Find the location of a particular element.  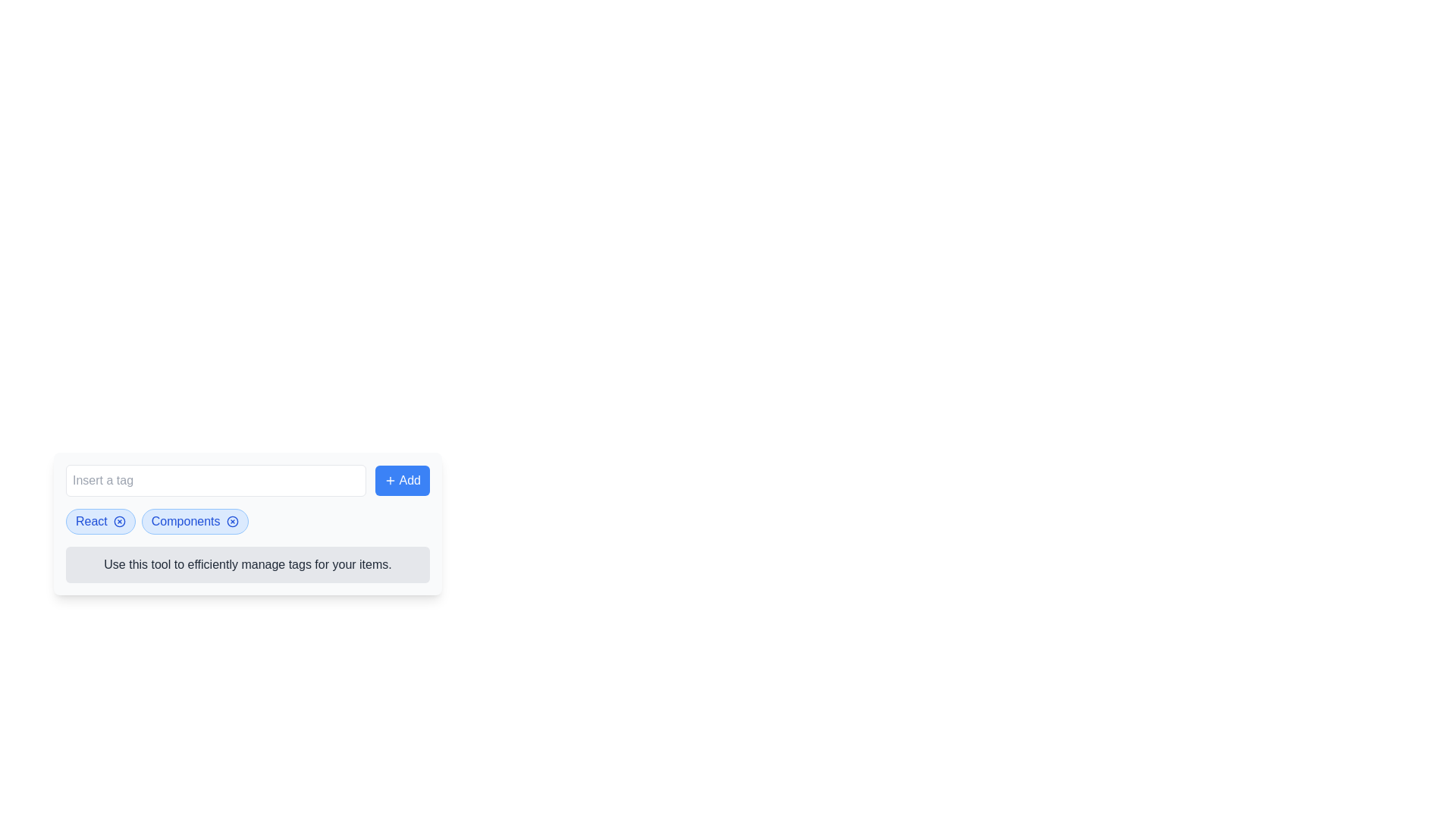

the Close button (icon-based) within the 'React' tag to change its appearance is located at coordinates (118, 520).